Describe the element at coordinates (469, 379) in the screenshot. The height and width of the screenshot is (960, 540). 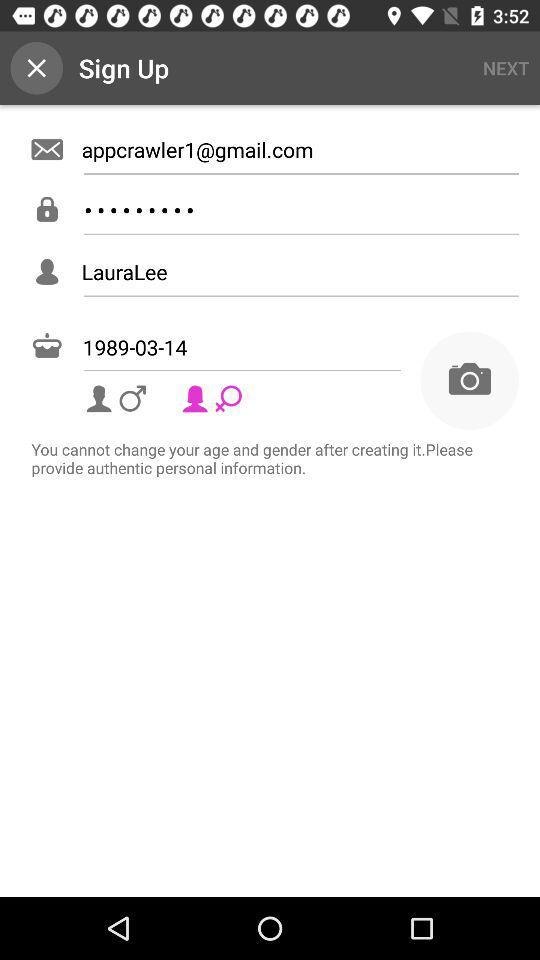
I see `the photo icon` at that location.